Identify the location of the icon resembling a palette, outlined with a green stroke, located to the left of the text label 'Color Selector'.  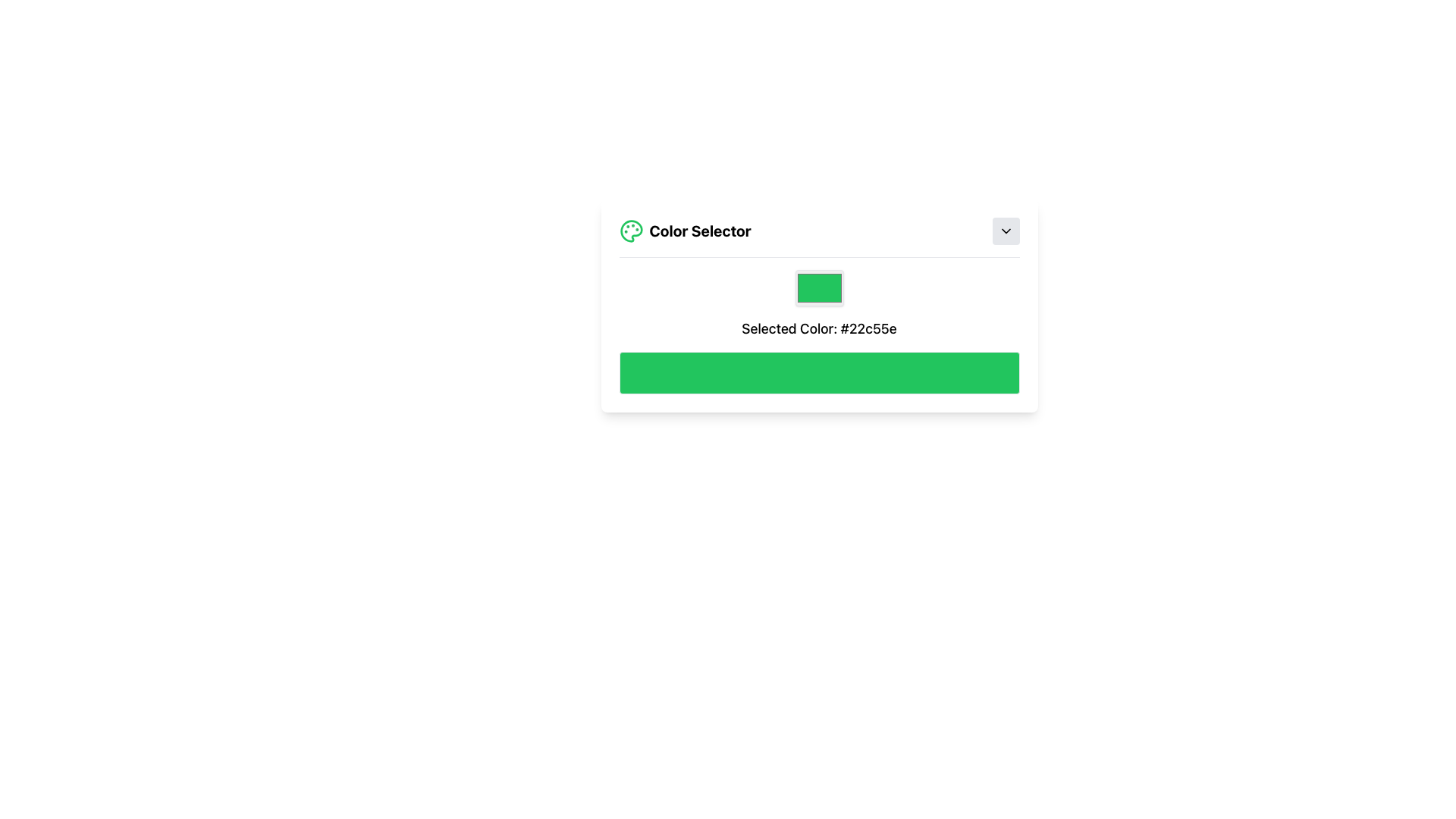
(631, 231).